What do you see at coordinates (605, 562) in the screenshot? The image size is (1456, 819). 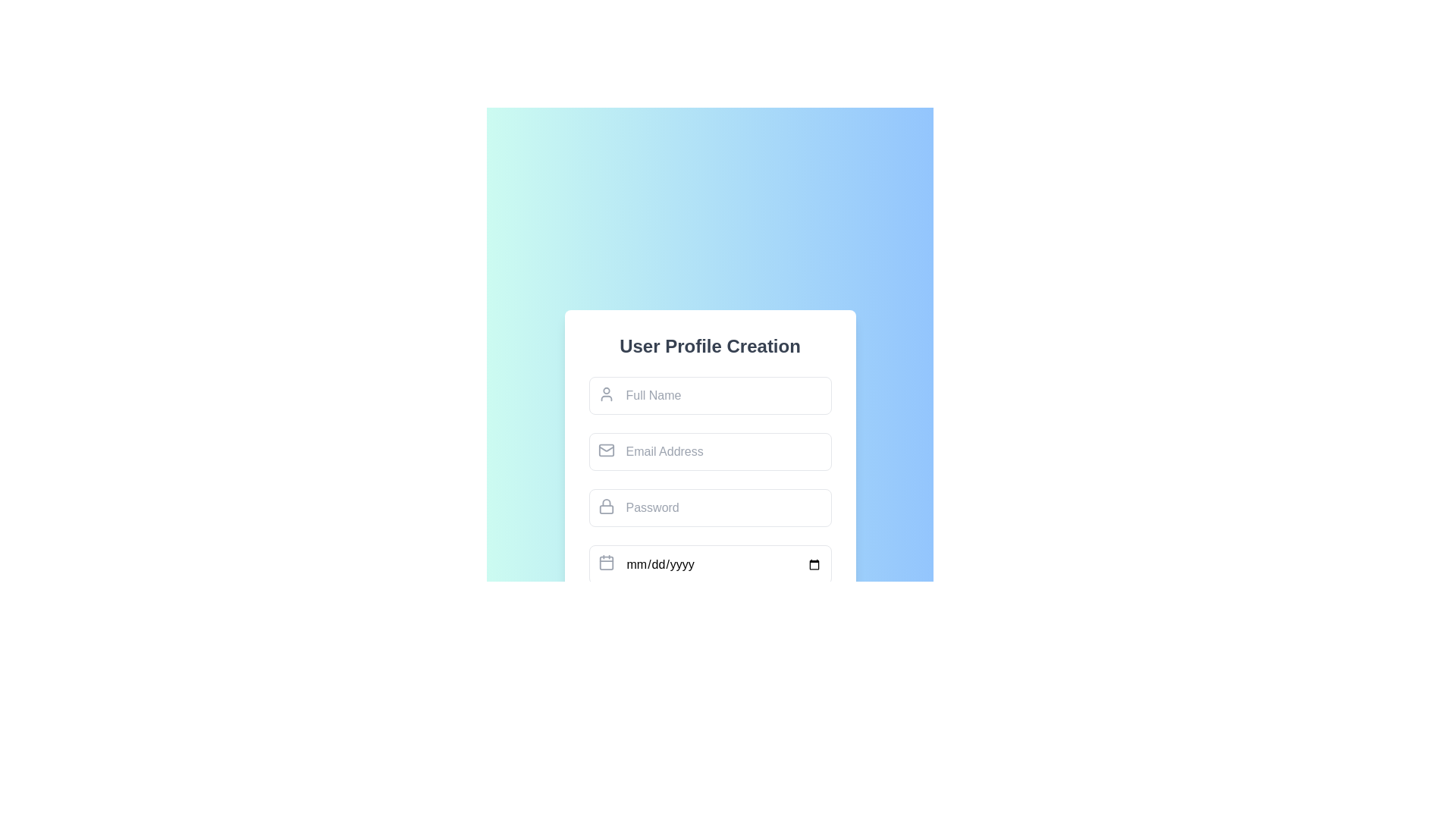 I see `the calendar icon located to the left of the date input field labeled 'mm/dd/yyyy'` at bounding box center [605, 562].